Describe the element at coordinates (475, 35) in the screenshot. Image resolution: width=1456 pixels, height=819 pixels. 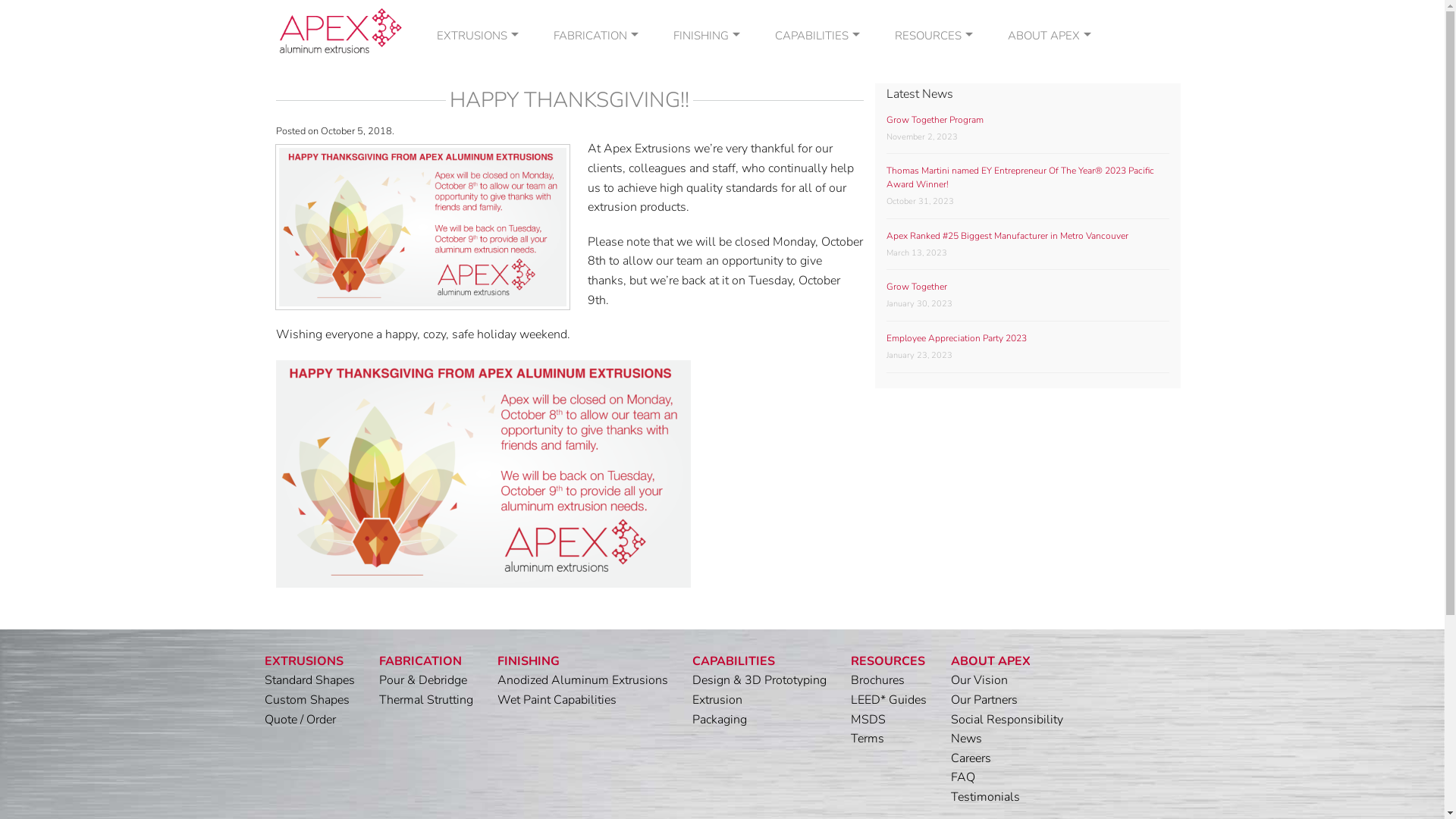
I see `'EXTRUSIONS'` at that location.